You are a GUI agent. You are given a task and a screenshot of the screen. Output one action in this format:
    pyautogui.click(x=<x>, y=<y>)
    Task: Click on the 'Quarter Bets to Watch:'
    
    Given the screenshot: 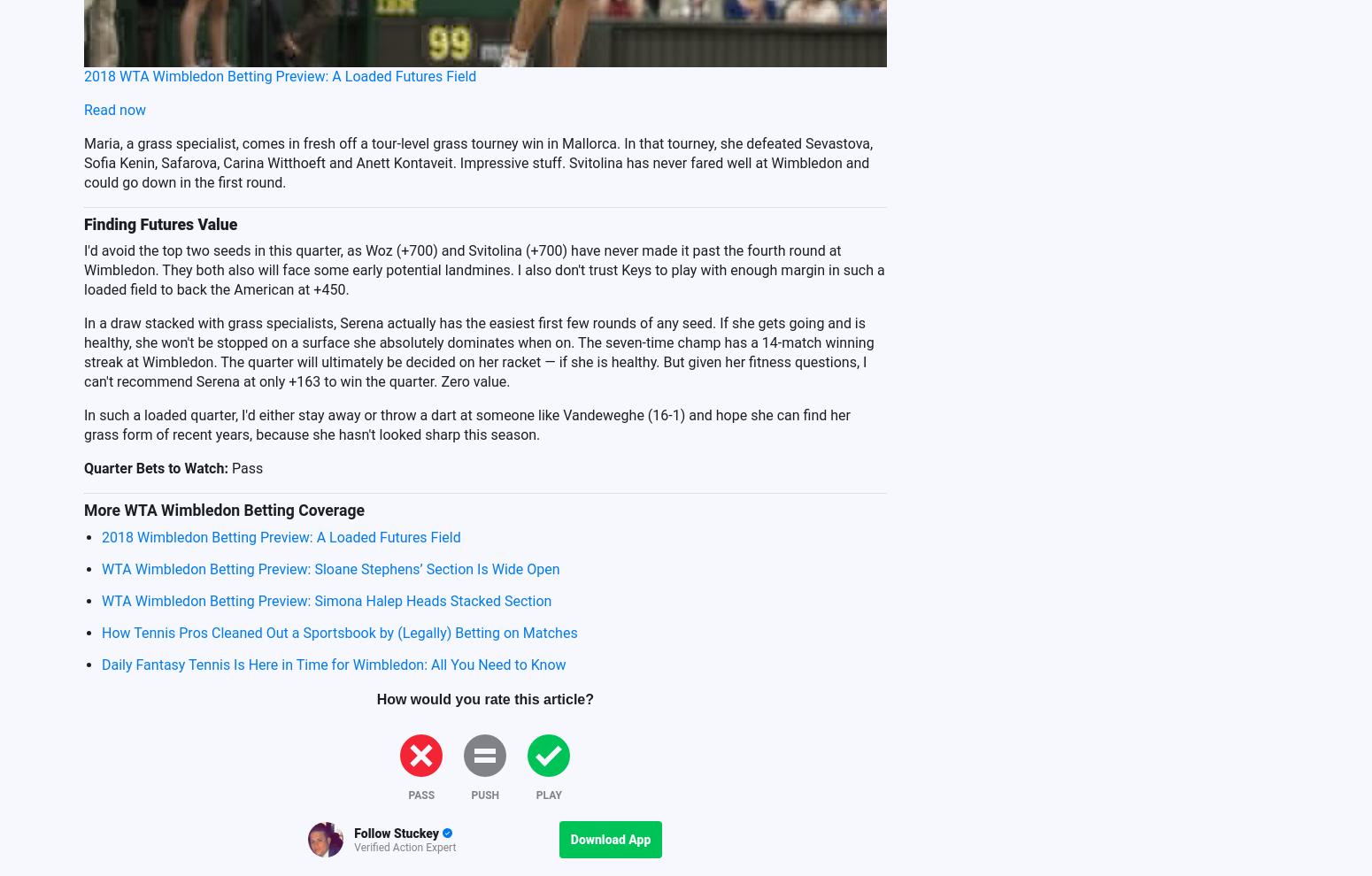 What is the action you would take?
    pyautogui.click(x=154, y=466)
    